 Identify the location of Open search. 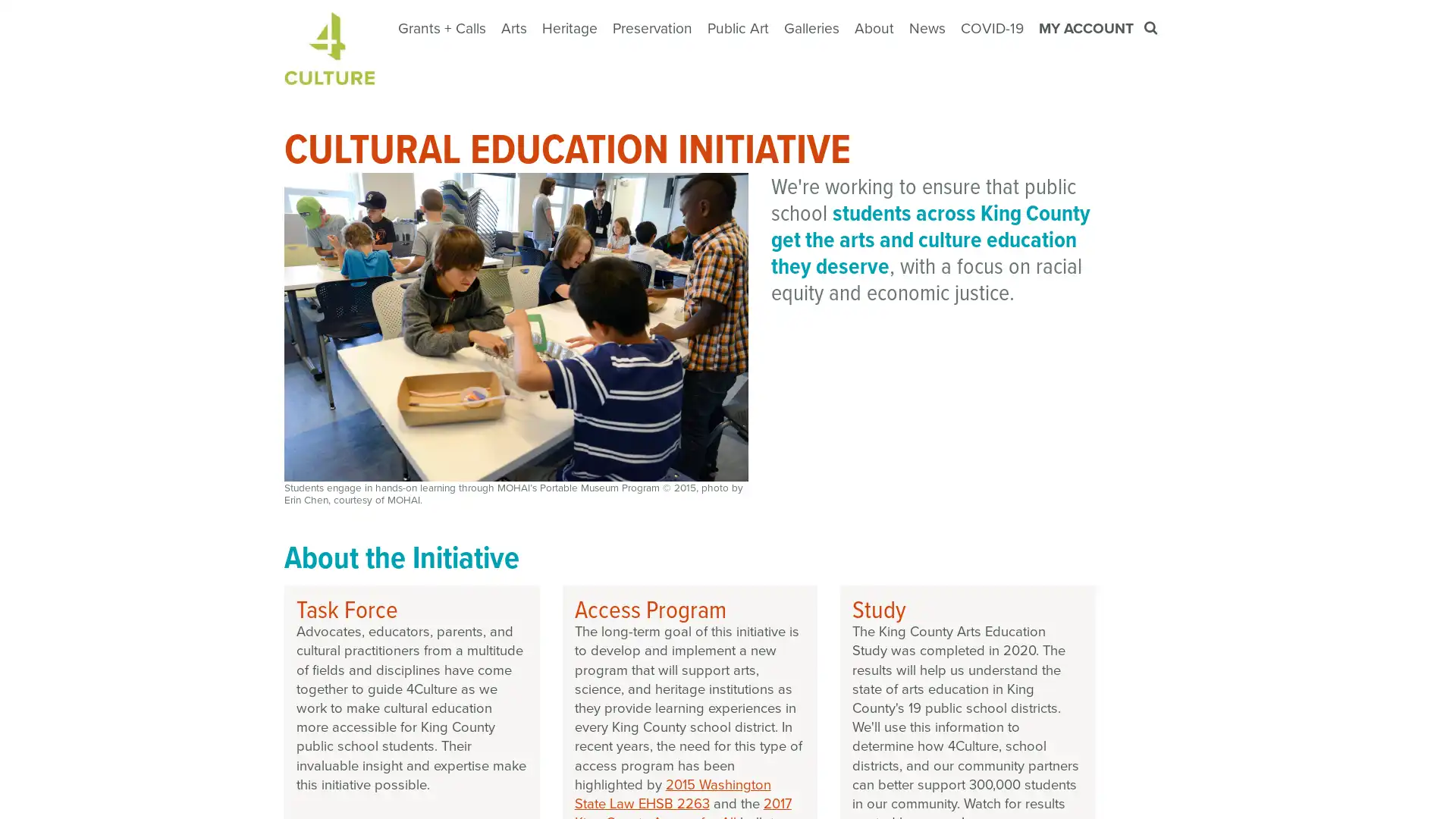
(1152, 28).